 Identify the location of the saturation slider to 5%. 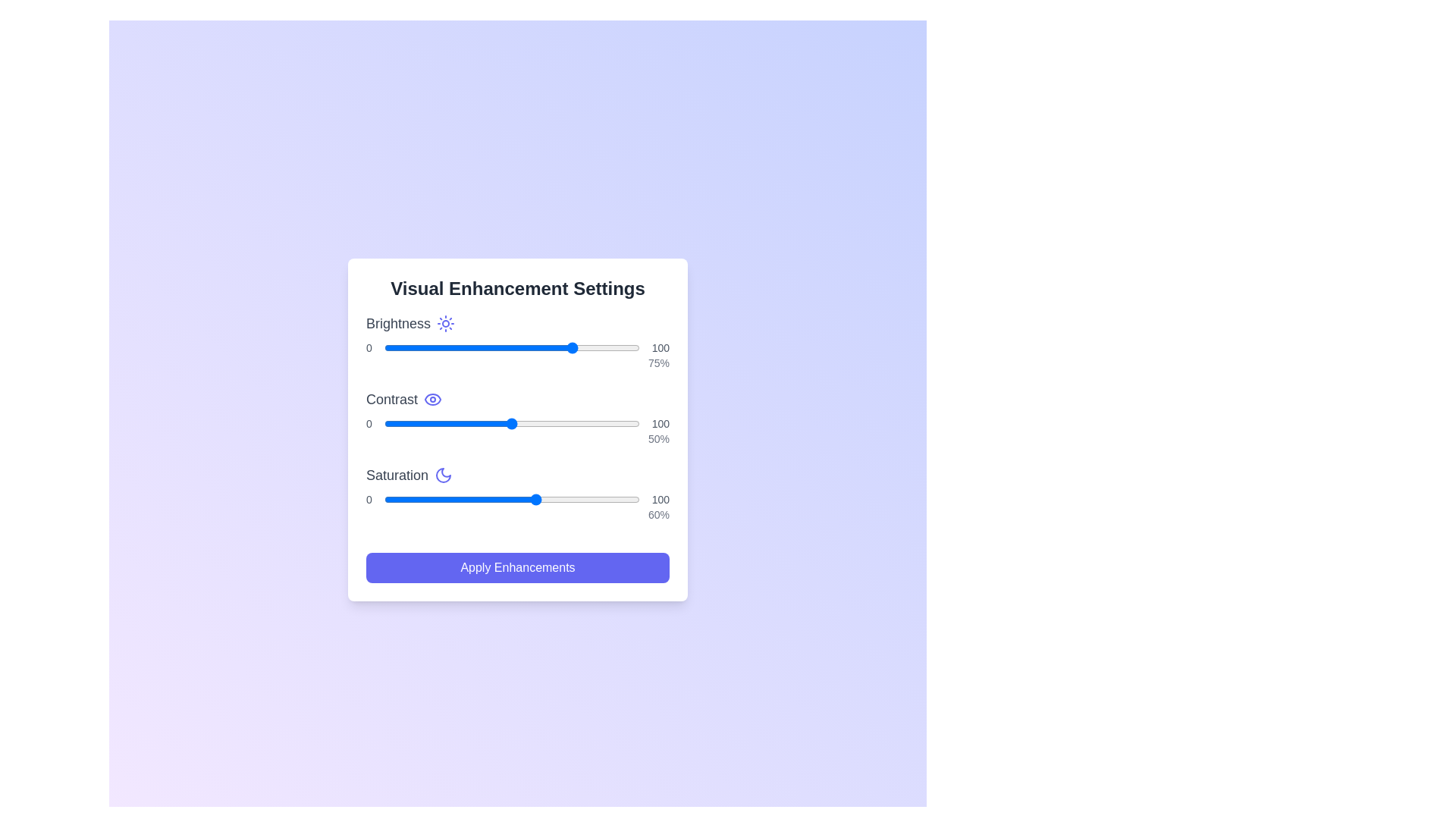
(397, 500).